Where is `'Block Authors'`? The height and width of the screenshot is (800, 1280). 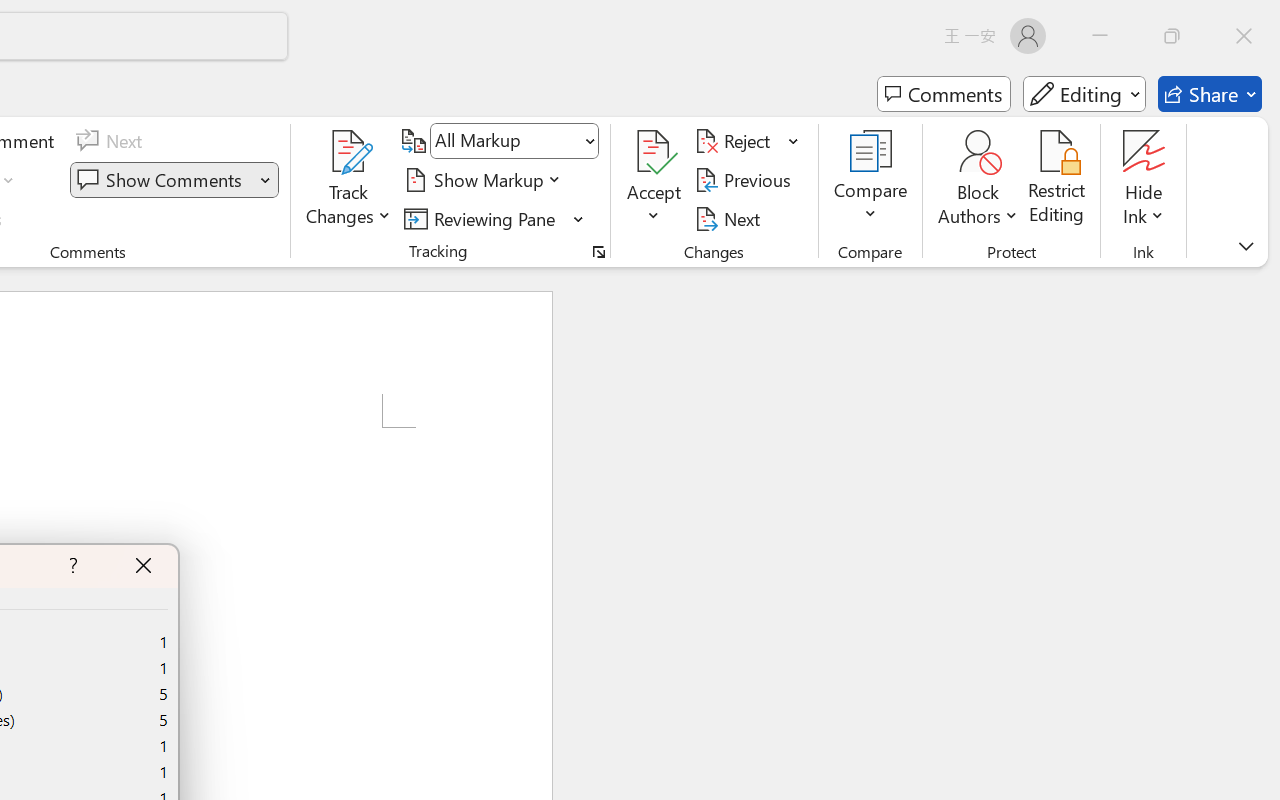 'Block Authors' is located at coordinates (977, 179).